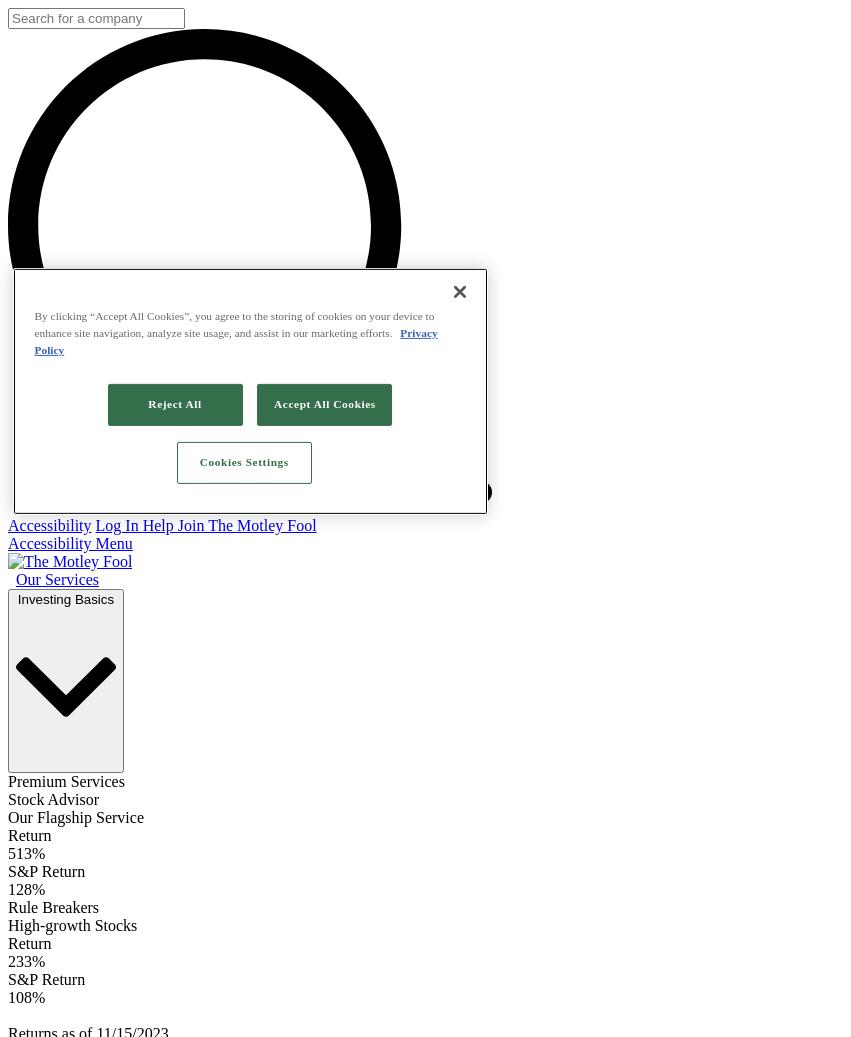  Describe the element at coordinates (25, 997) in the screenshot. I see `'108%'` at that location.